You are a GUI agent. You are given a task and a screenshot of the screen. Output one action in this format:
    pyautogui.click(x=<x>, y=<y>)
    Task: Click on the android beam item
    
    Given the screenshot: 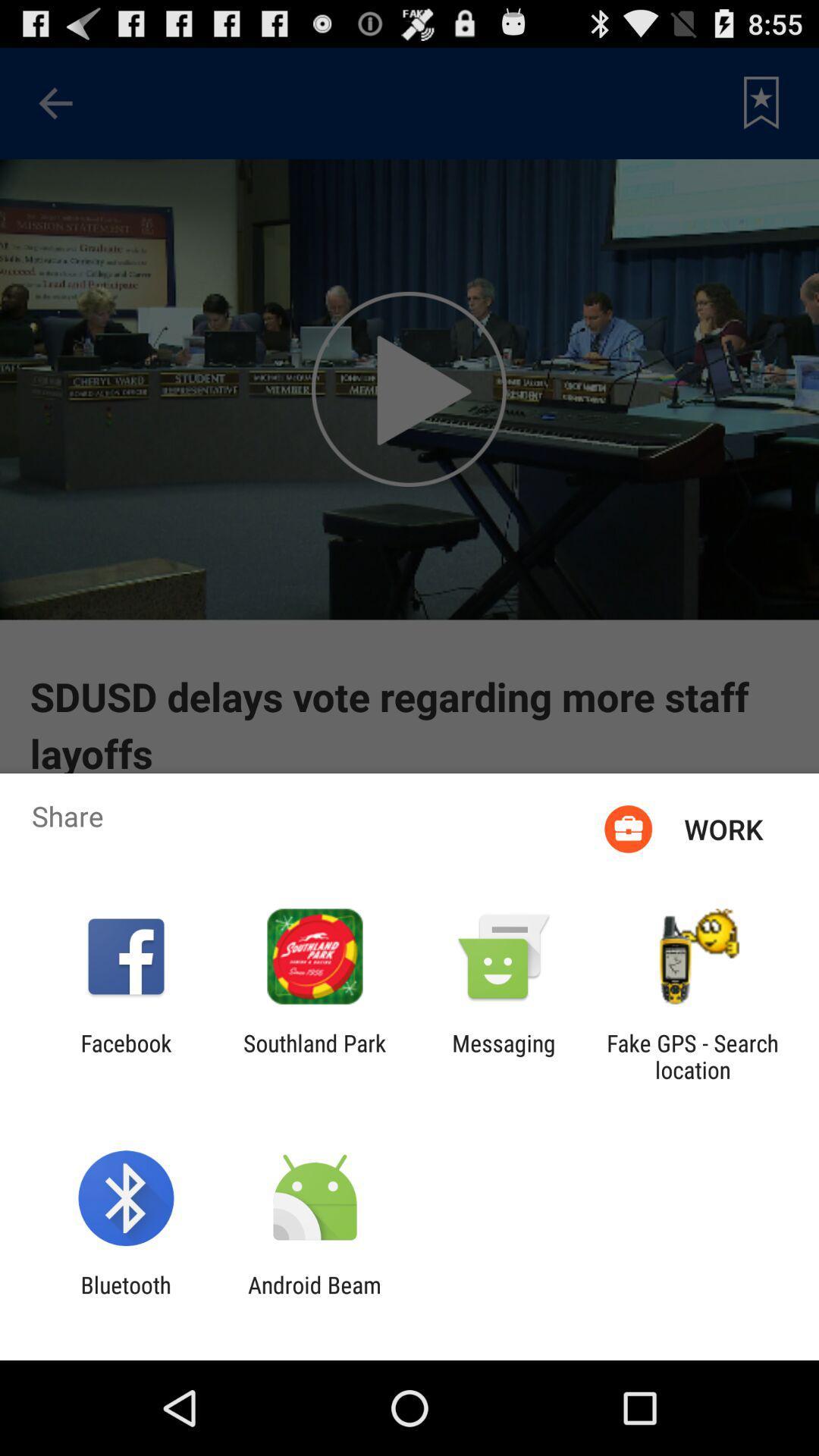 What is the action you would take?
    pyautogui.click(x=314, y=1298)
    